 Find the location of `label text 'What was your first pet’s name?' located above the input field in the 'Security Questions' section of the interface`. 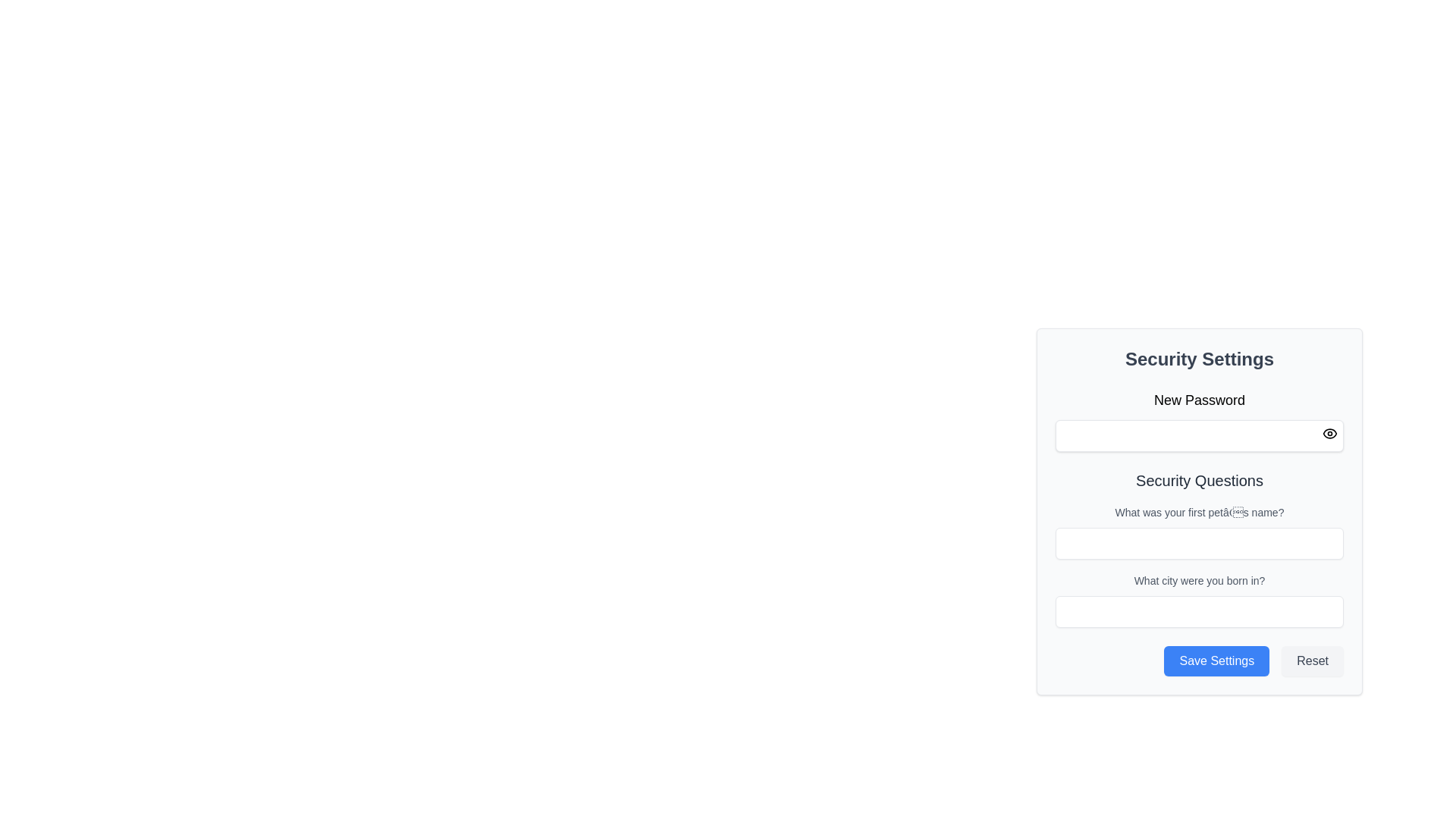

label text 'What was your first pet’s name?' located above the input field in the 'Security Questions' section of the interface is located at coordinates (1199, 512).